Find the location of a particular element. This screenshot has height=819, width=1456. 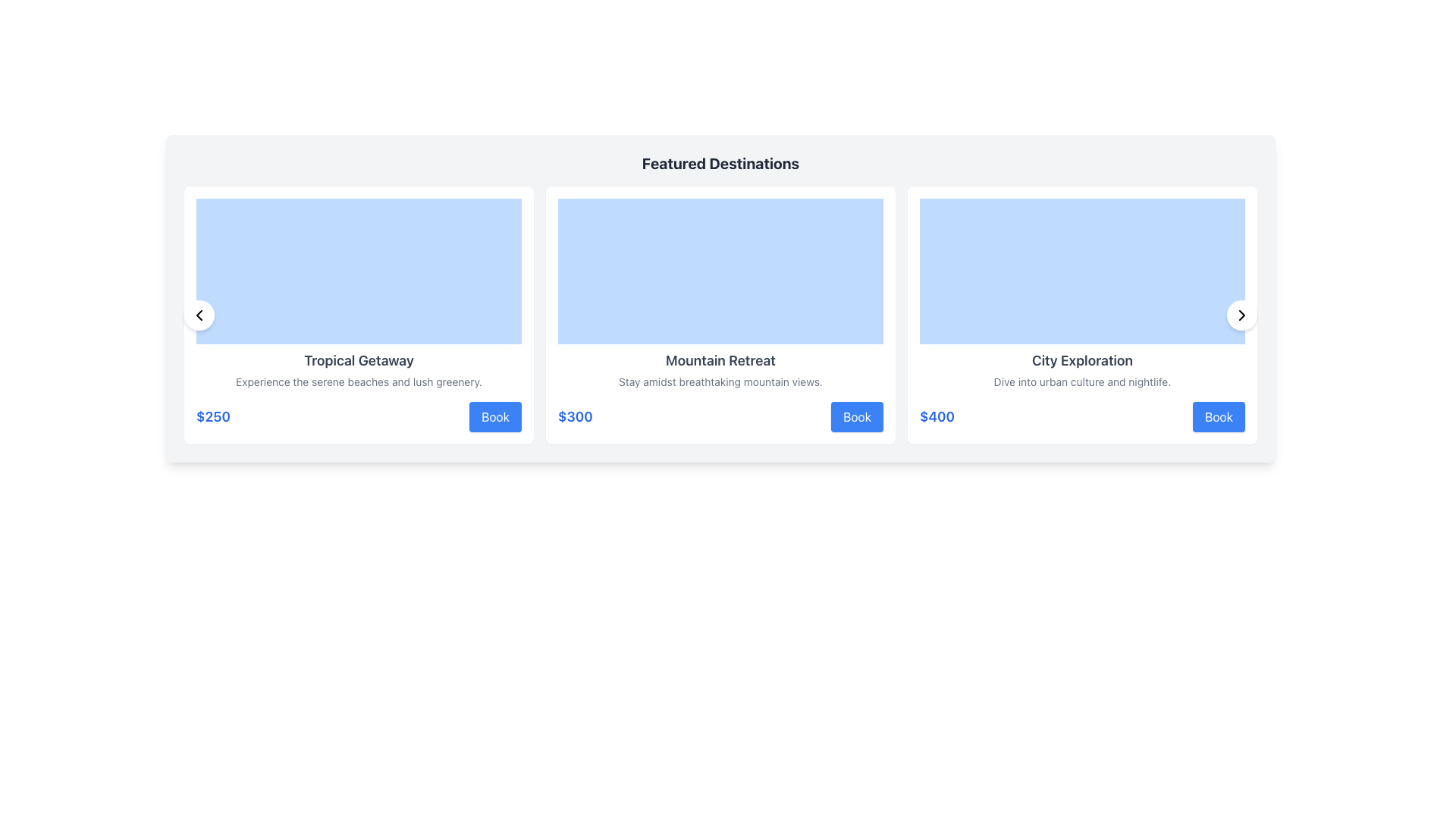

the text displaying the price '$300', which is styled in a large, bold, blue font and is positioned below the 'Mountain Retreat' description and to the left of the 'Book' button in the Featured Destinations section is located at coordinates (574, 417).